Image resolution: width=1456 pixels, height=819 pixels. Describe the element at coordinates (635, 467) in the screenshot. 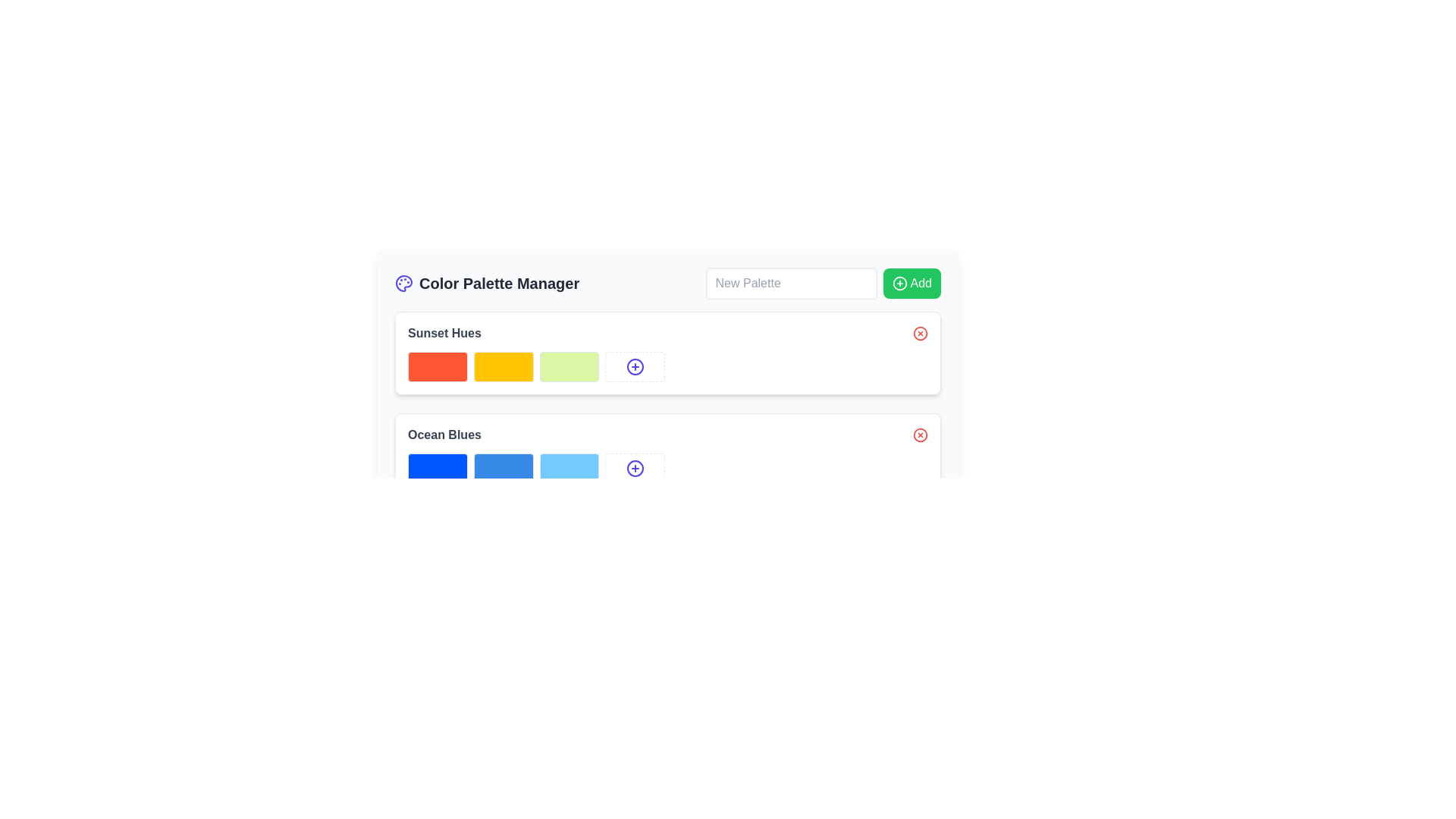

I see `the square-shaped button with a dashed border and a blue '+' in the center, located in the fourth slot of the 'Ocean Blues' section of the grid` at that location.